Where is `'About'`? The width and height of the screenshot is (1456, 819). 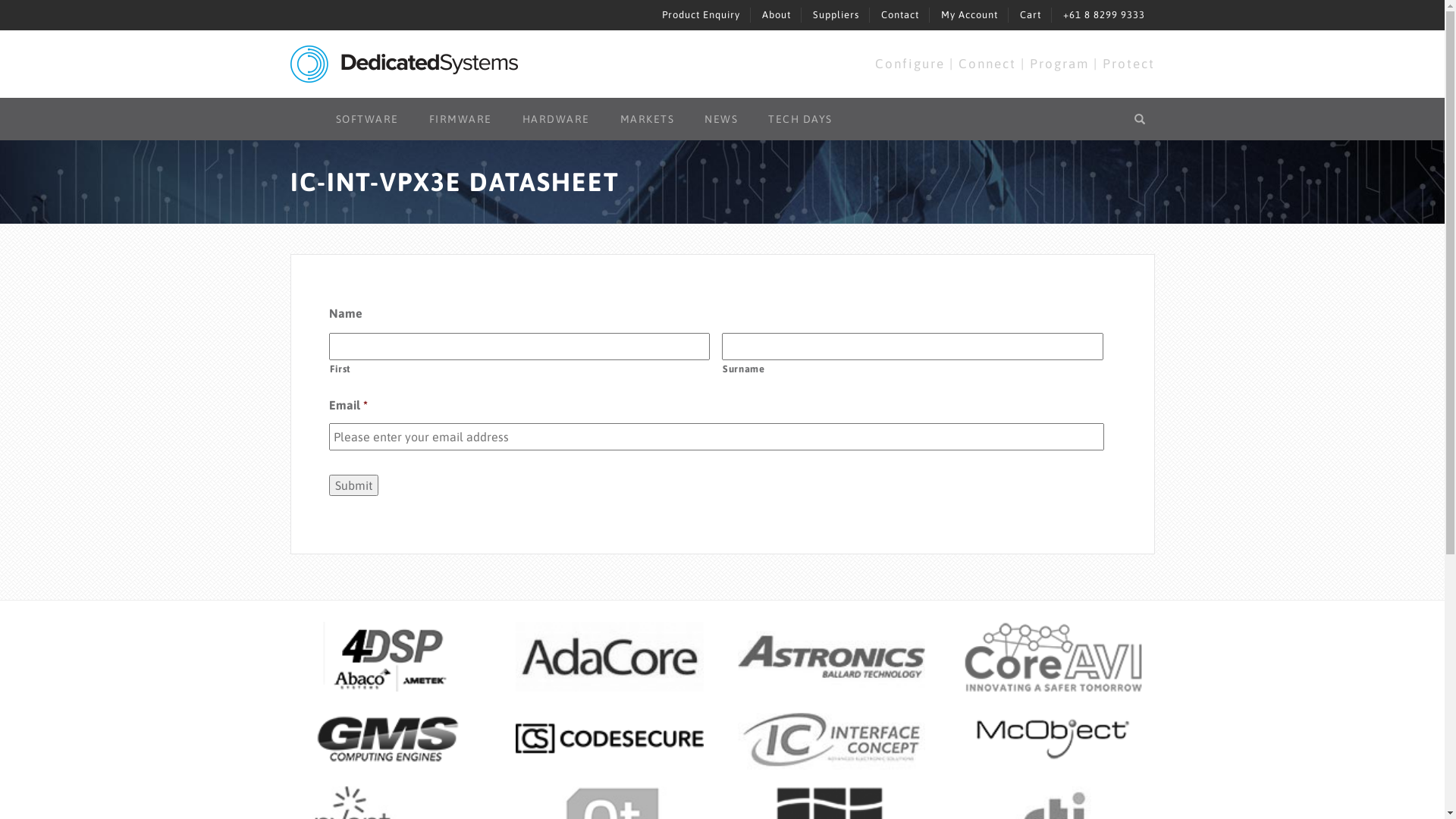 'About' is located at coordinates (775, 14).